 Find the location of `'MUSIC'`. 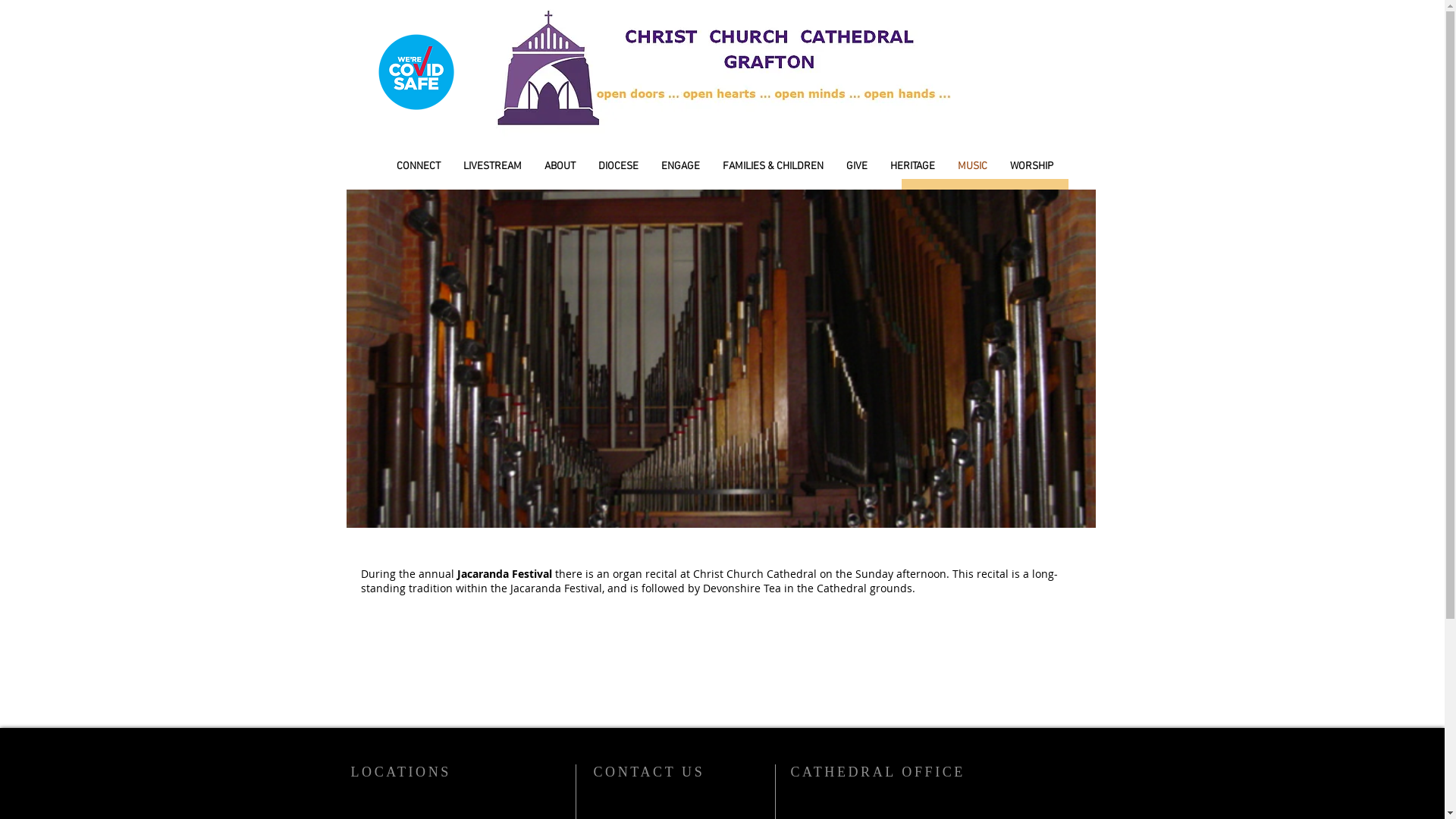

'MUSIC' is located at coordinates (946, 166).